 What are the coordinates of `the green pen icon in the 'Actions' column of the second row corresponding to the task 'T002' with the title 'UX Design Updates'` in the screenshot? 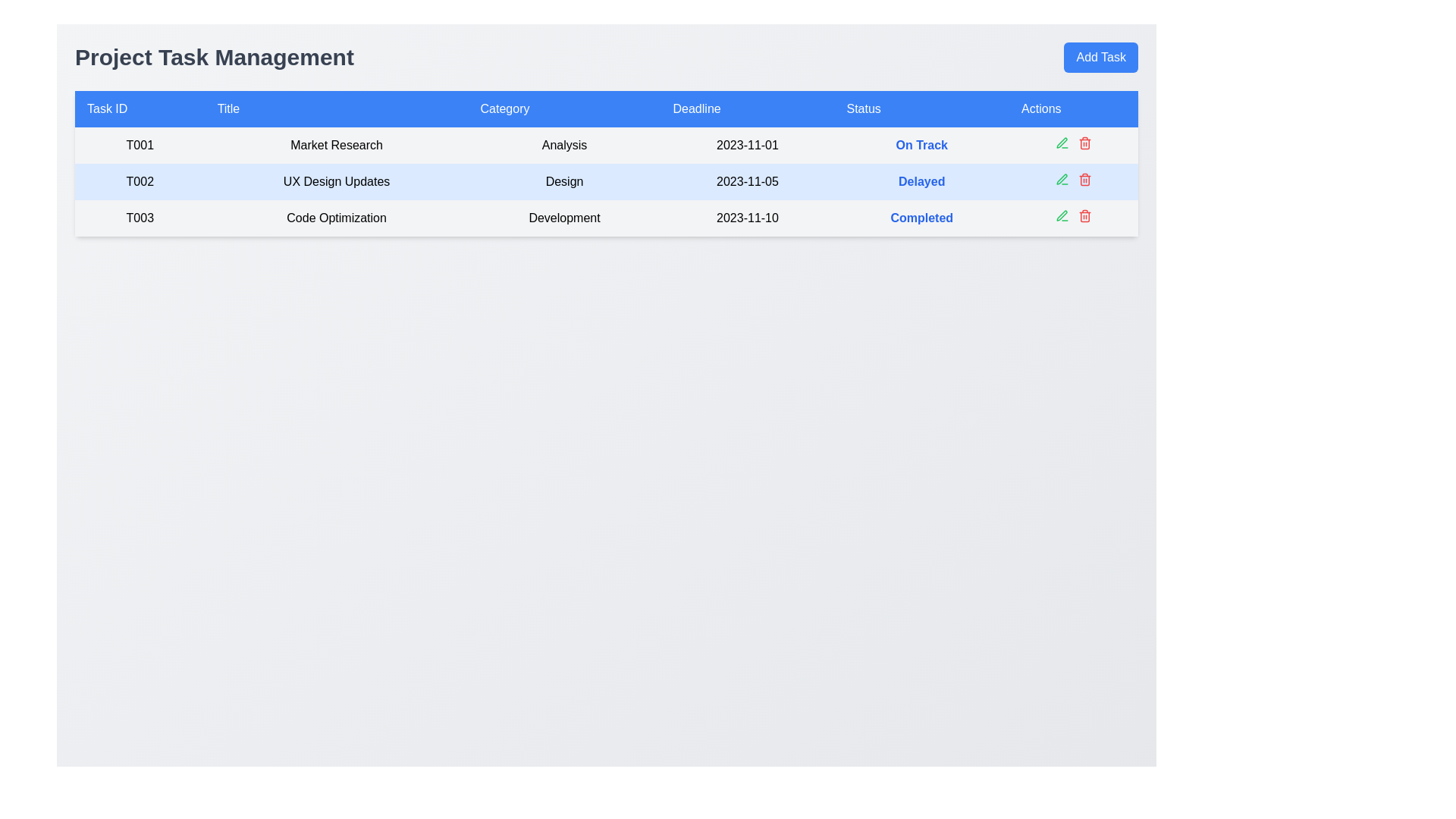 It's located at (1062, 216).